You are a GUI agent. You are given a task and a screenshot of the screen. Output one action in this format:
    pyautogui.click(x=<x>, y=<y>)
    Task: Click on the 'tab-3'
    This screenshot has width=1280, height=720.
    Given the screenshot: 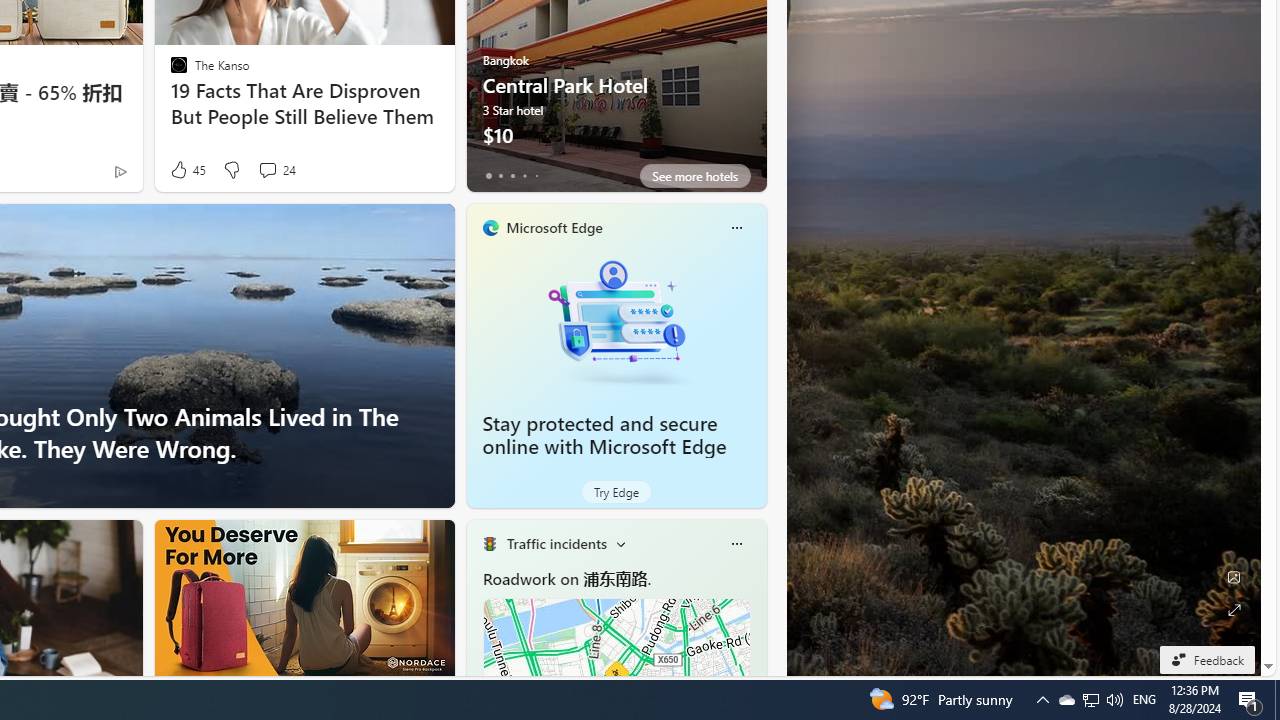 What is the action you would take?
    pyautogui.click(x=524, y=175)
    